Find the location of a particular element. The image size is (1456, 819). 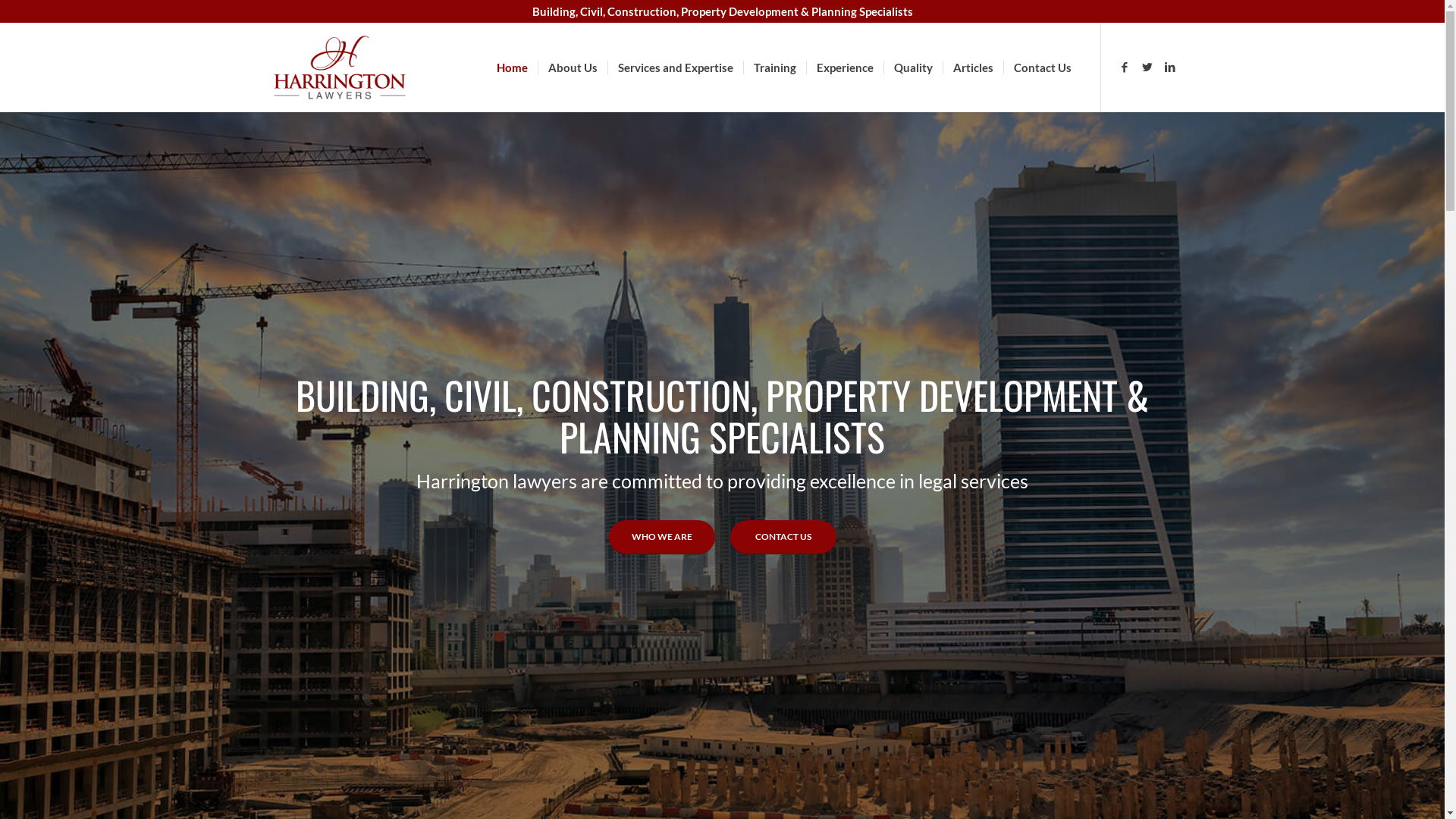

'Articles' is located at coordinates (941, 66).